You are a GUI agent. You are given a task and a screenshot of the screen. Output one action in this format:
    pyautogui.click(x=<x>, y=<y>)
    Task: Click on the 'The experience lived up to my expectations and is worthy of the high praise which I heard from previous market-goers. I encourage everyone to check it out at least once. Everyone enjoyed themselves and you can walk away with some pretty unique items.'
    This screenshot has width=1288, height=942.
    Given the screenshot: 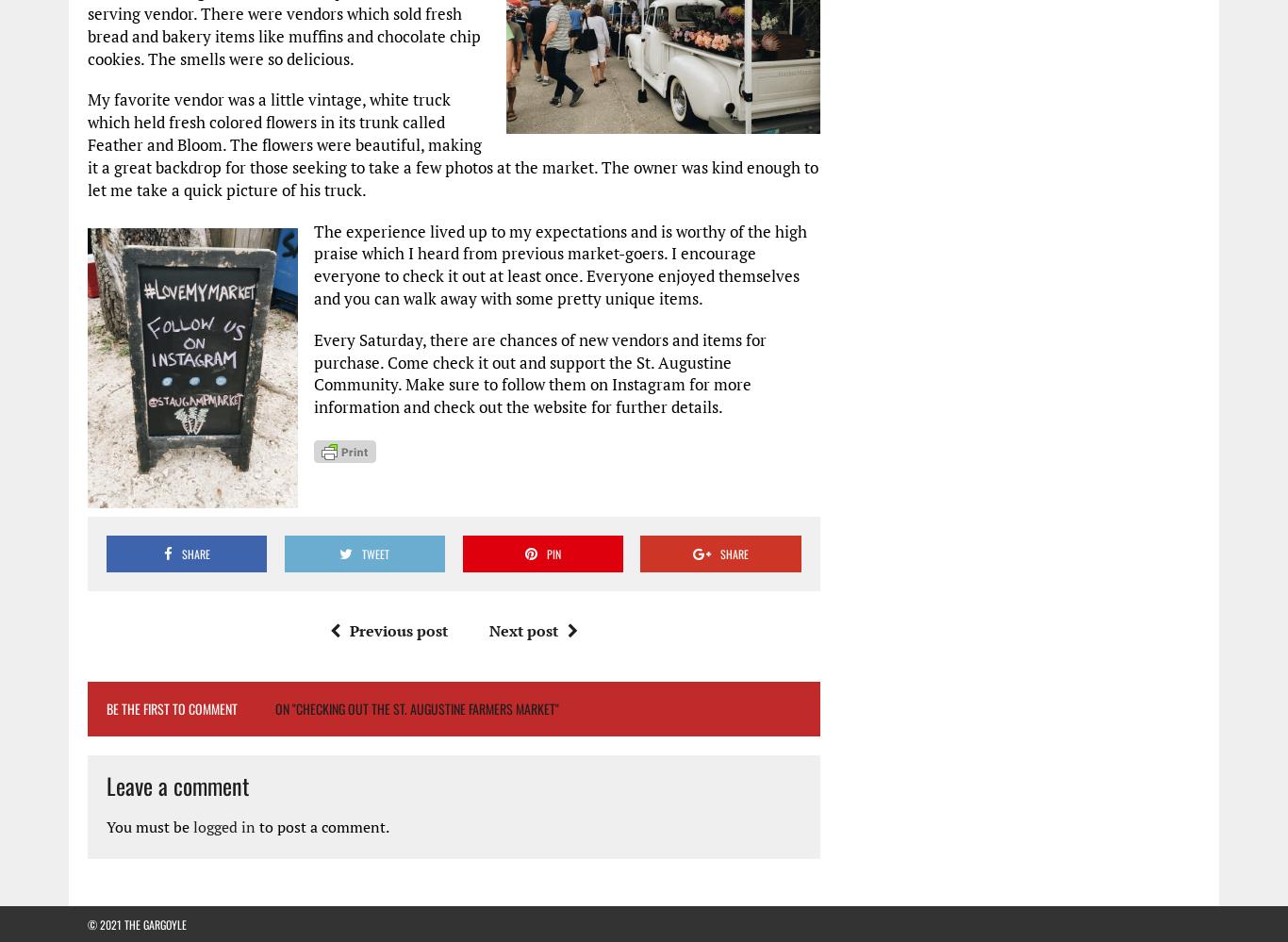 What is the action you would take?
    pyautogui.click(x=559, y=263)
    